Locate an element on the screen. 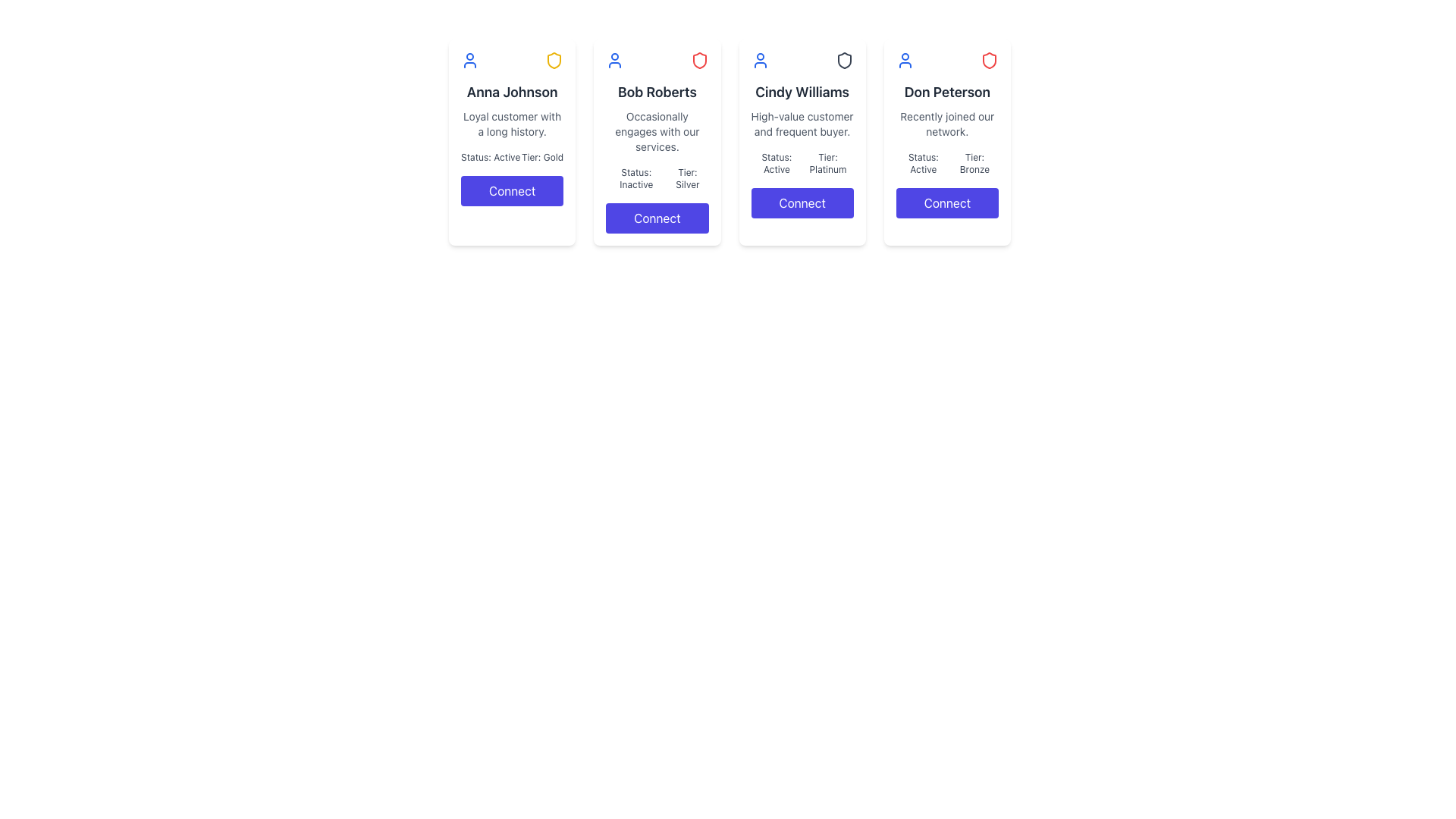 The image size is (1456, 819). the shield-shaped icon with a yellow outline located at the top-right corner of Anna Johnson's card is located at coordinates (554, 60).